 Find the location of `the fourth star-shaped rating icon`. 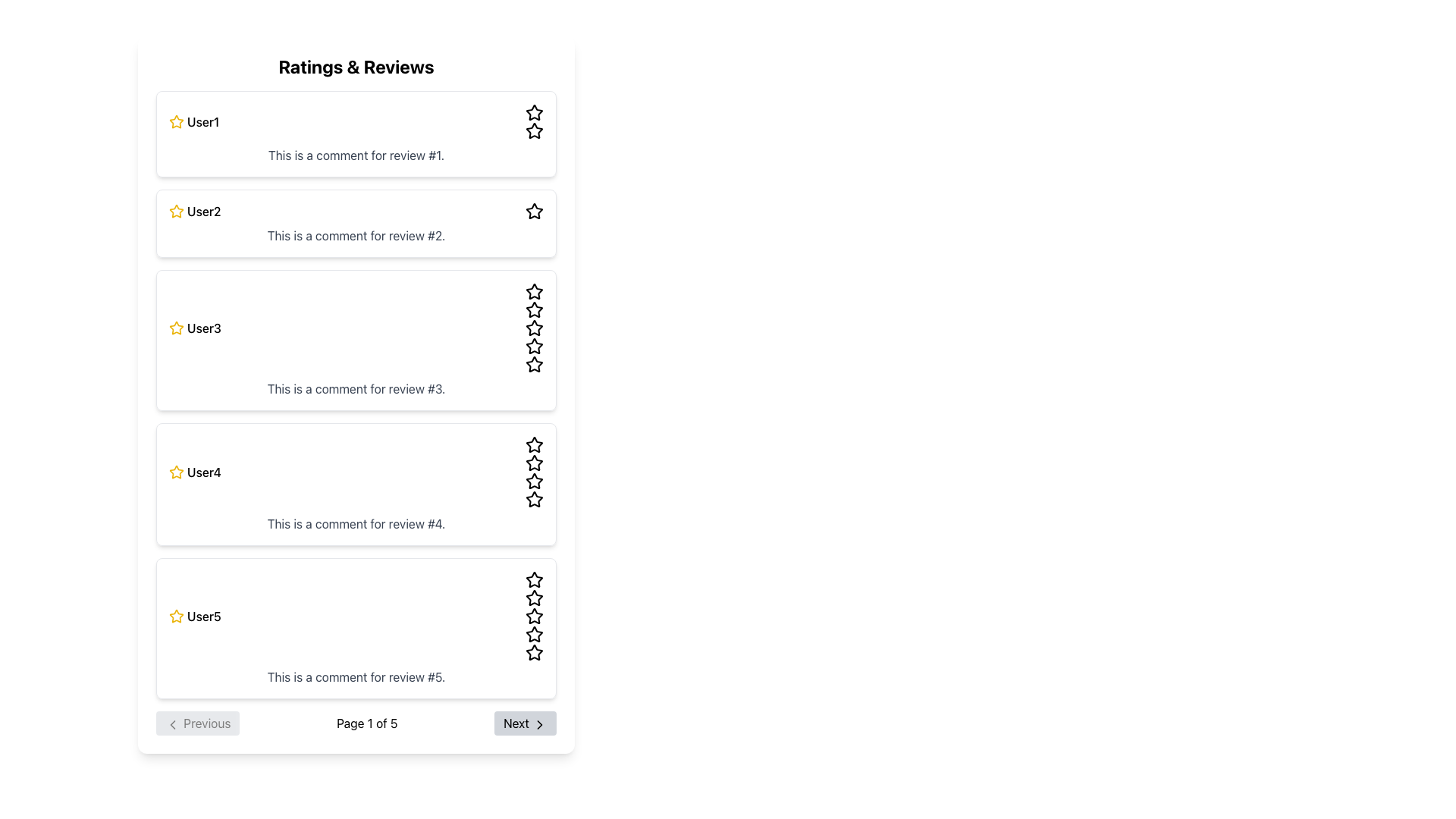

the fourth star-shaped rating icon is located at coordinates (535, 462).